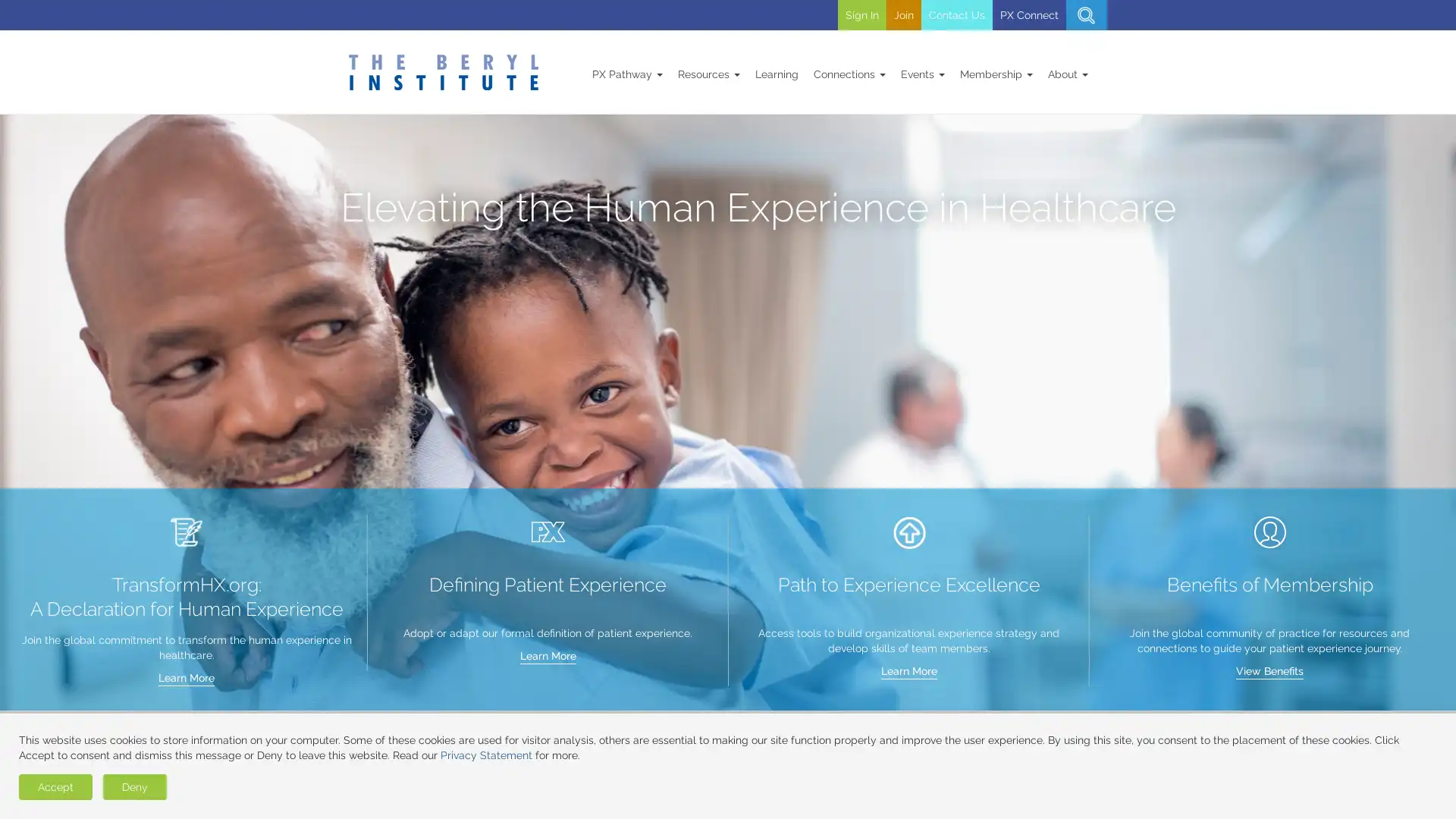  I want to click on Accept, so click(55, 786).